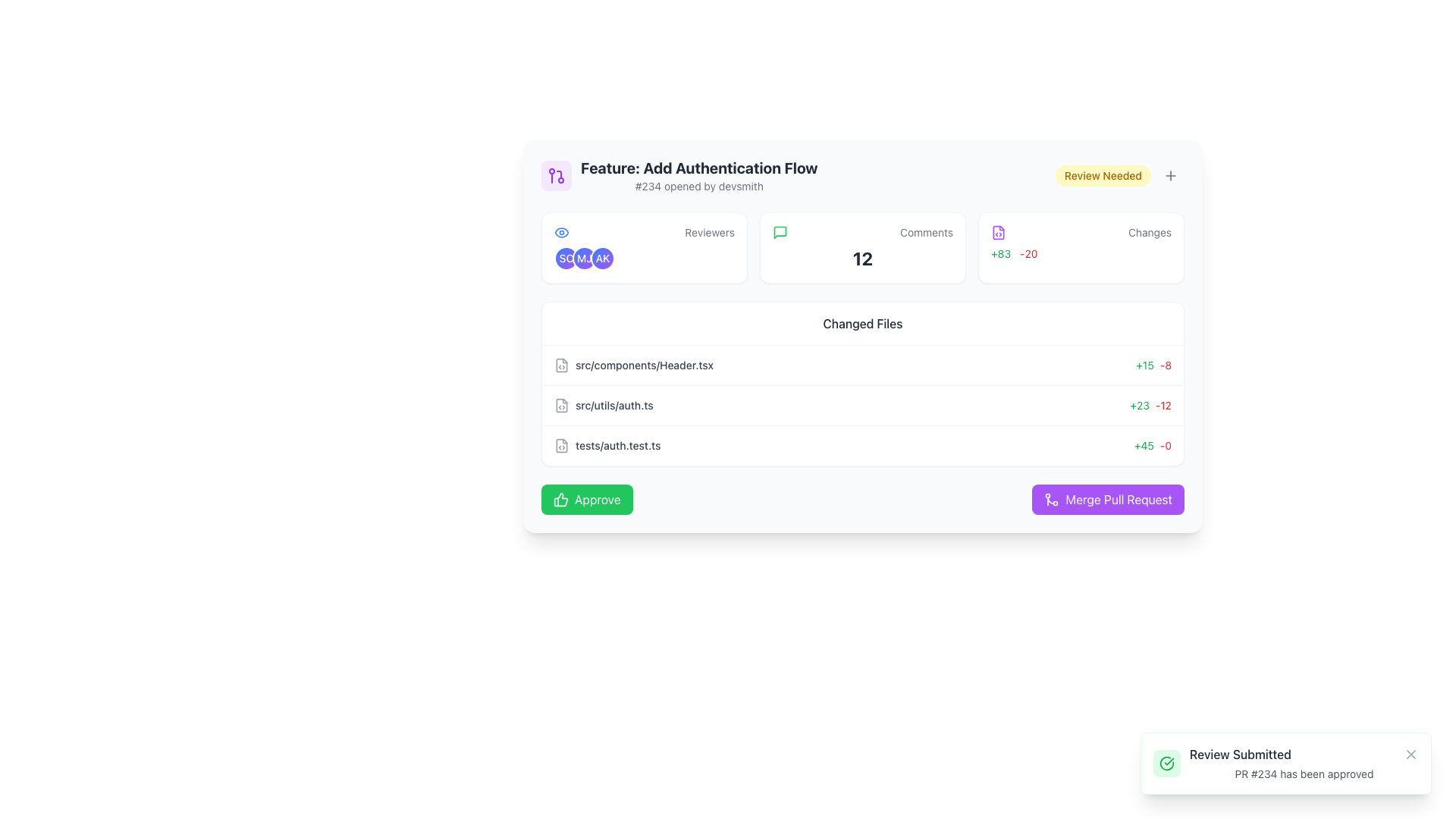  Describe the element at coordinates (633, 366) in the screenshot. I see `the first list item with the file icon and text 'src/components/Header.tsx'` at that location.